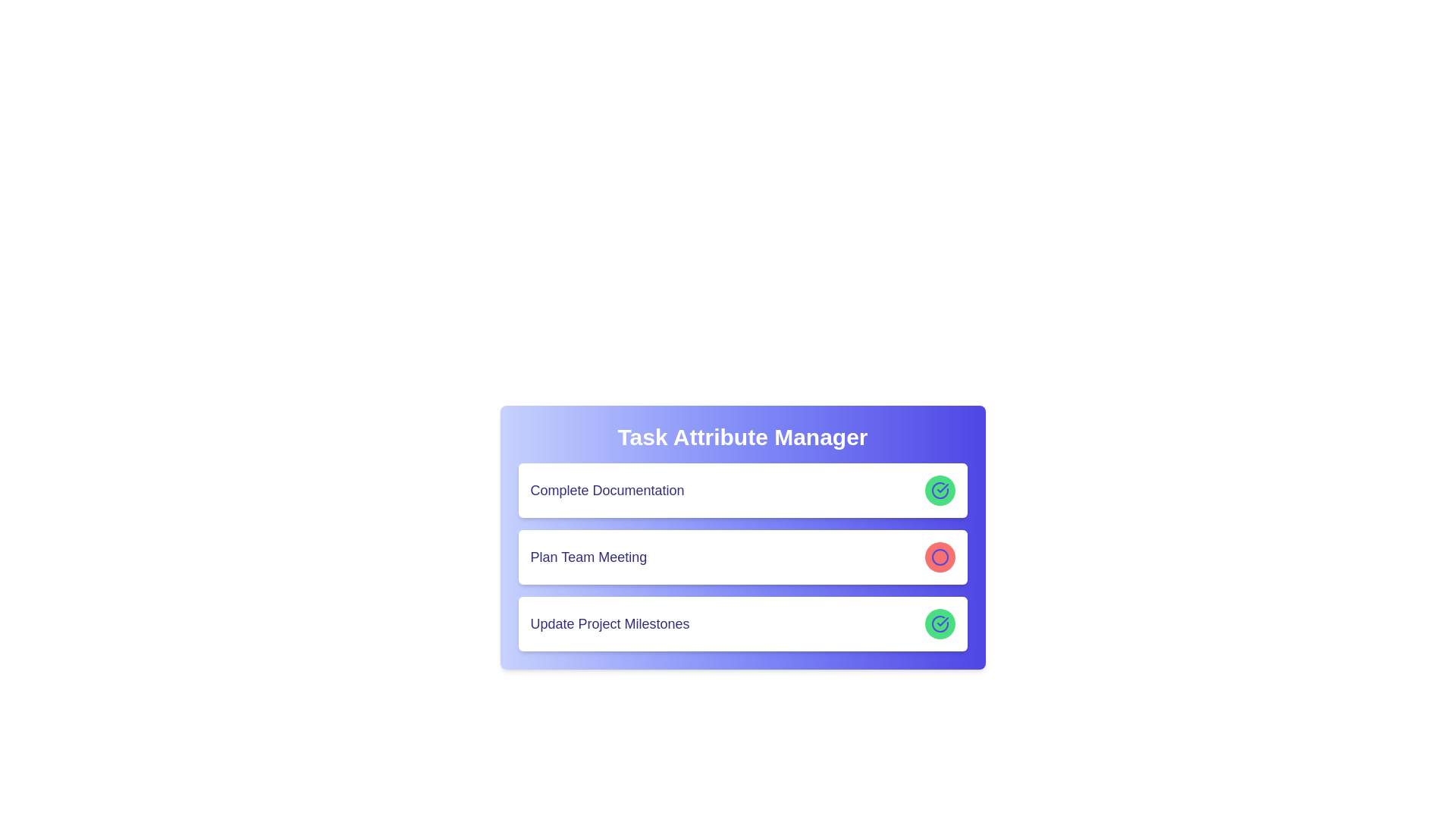  Describe the element at coordinates (610, 623) in the screenshot. I see `the text label displaying 'Update Project Milestones', which is in bold indigo-colored font, centrally located within the last card of a vertically stacked list of task cards` at that location.